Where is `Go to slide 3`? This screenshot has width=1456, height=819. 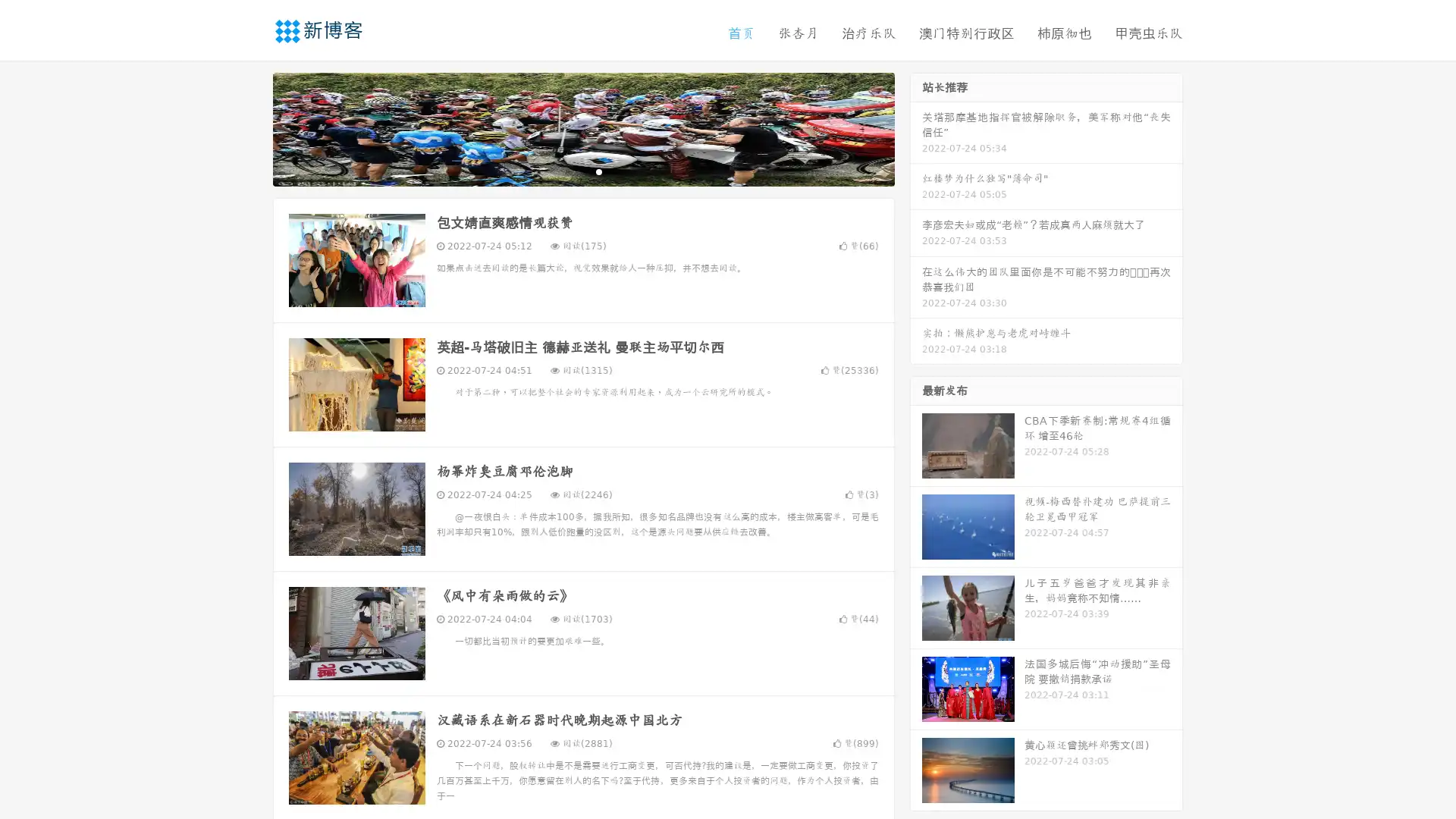
Go to slide 3 is located at coordinates (598, 171).